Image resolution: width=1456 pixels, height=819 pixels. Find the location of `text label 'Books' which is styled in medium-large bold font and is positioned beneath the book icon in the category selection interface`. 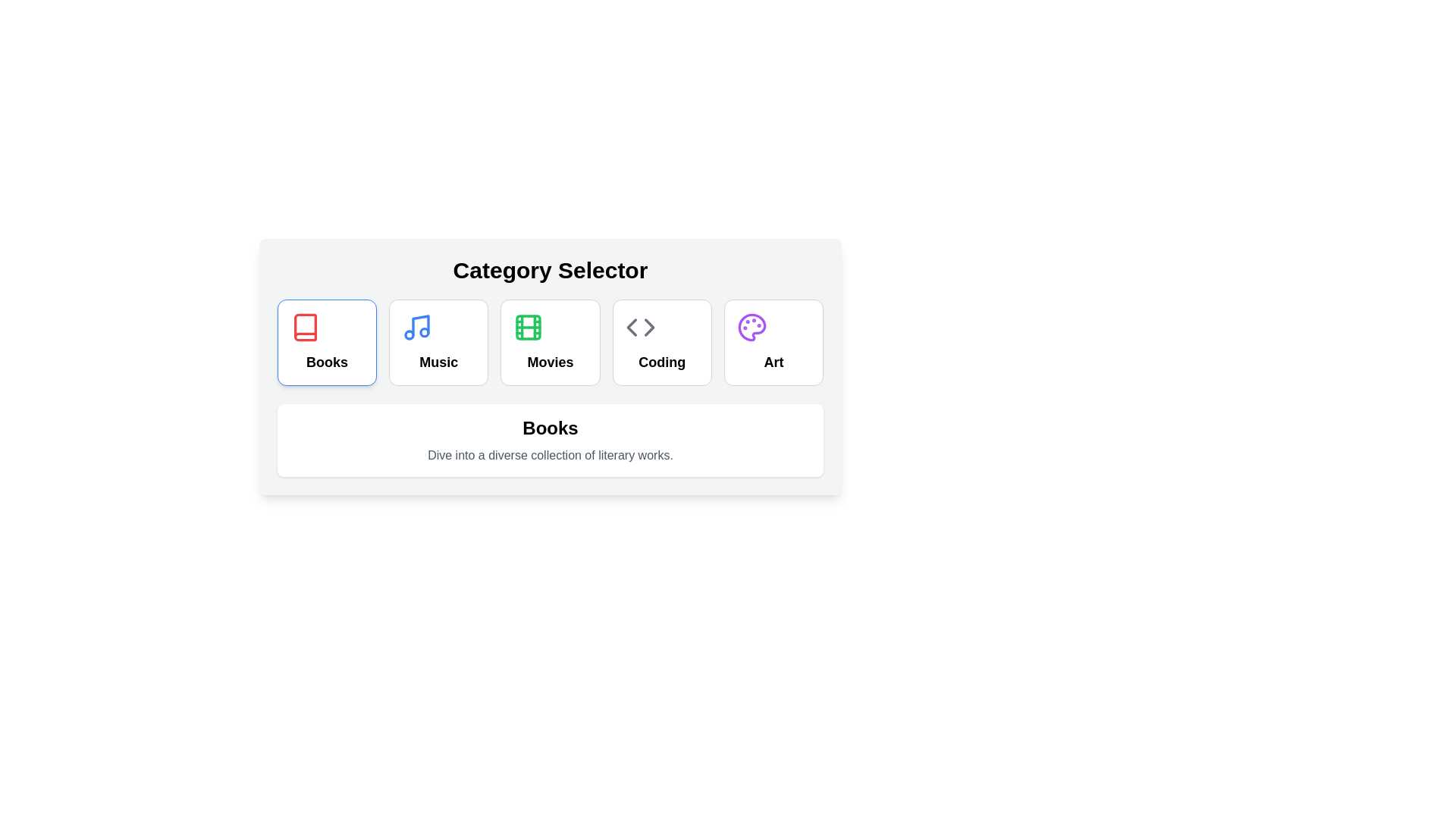

text label 'Books' which is styled in medium-large bold font and is positioned beneath the book icon in the category selection interface is located at coordinates (326, 362).